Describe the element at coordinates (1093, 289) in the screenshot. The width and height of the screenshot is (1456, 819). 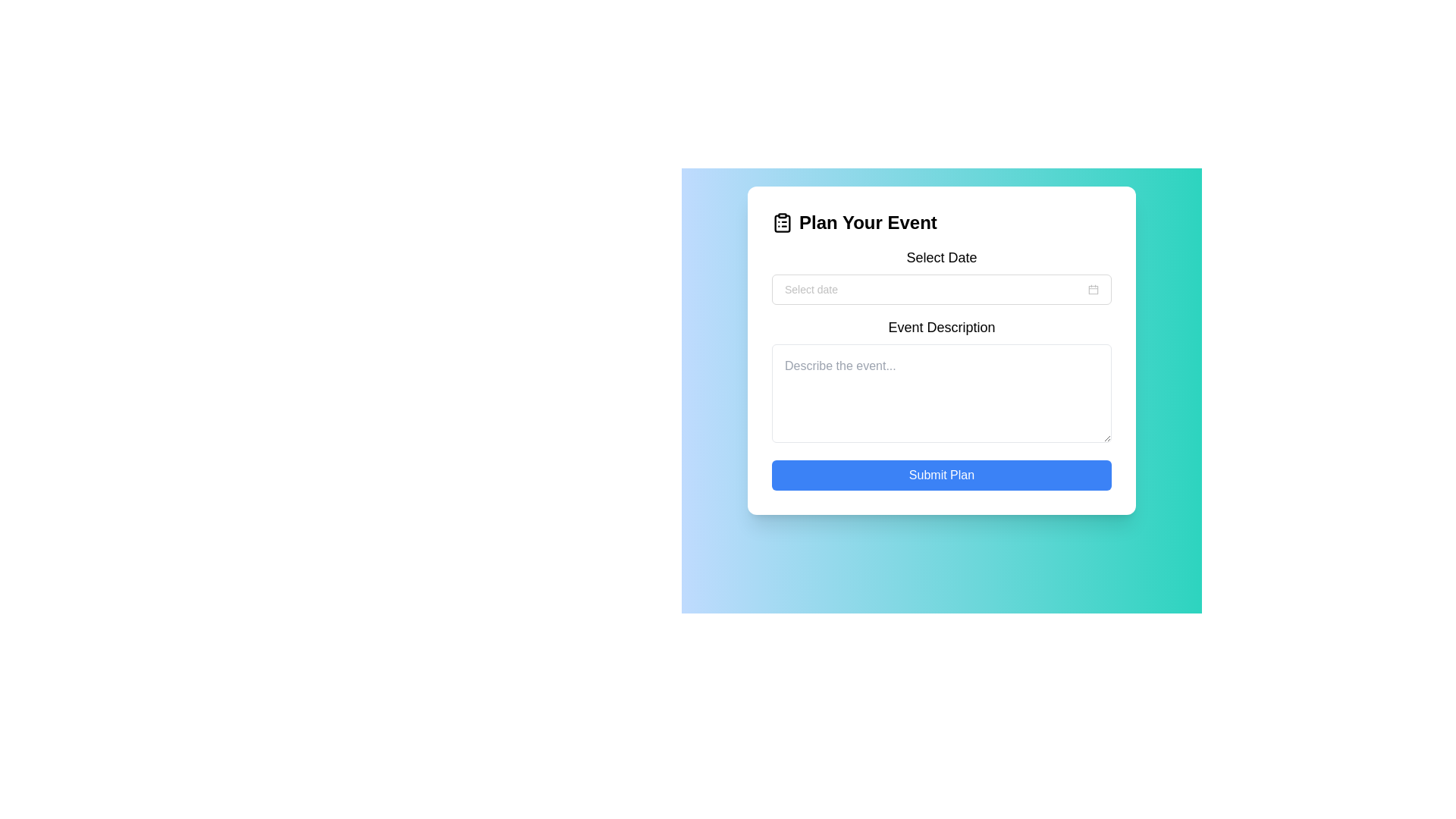
I see `the calendar selection icon located in the 'Select Date' section next to the date input field` at that location.